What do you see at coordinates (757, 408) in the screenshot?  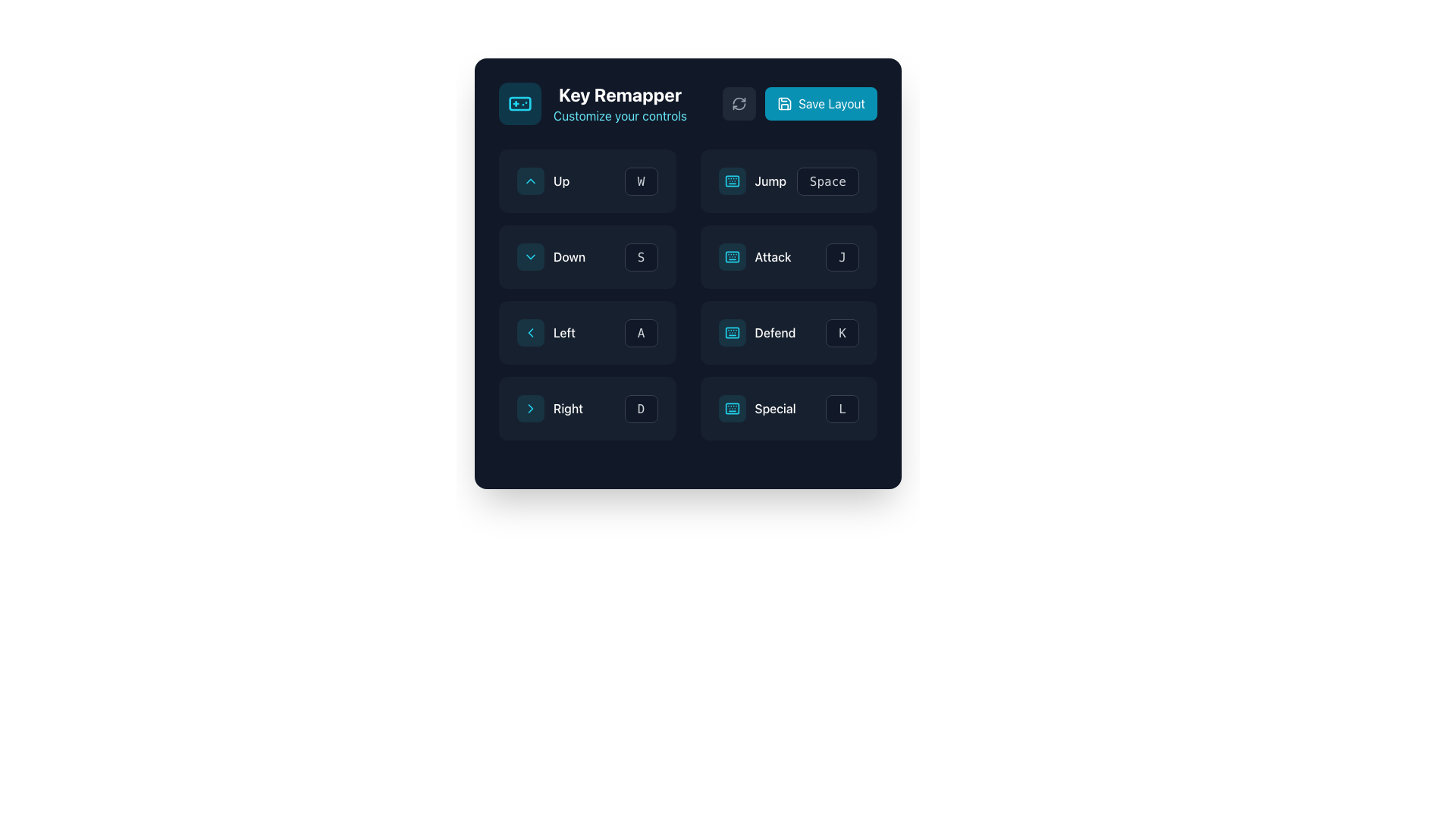 I see `the 'Special' button, which is a rectangular button with a dark background, rounded corners, and a cyan-colored keyboard icon on the left, located in the bottom row of the 'Key Remapper' interface` at bounding box center [757, 408].